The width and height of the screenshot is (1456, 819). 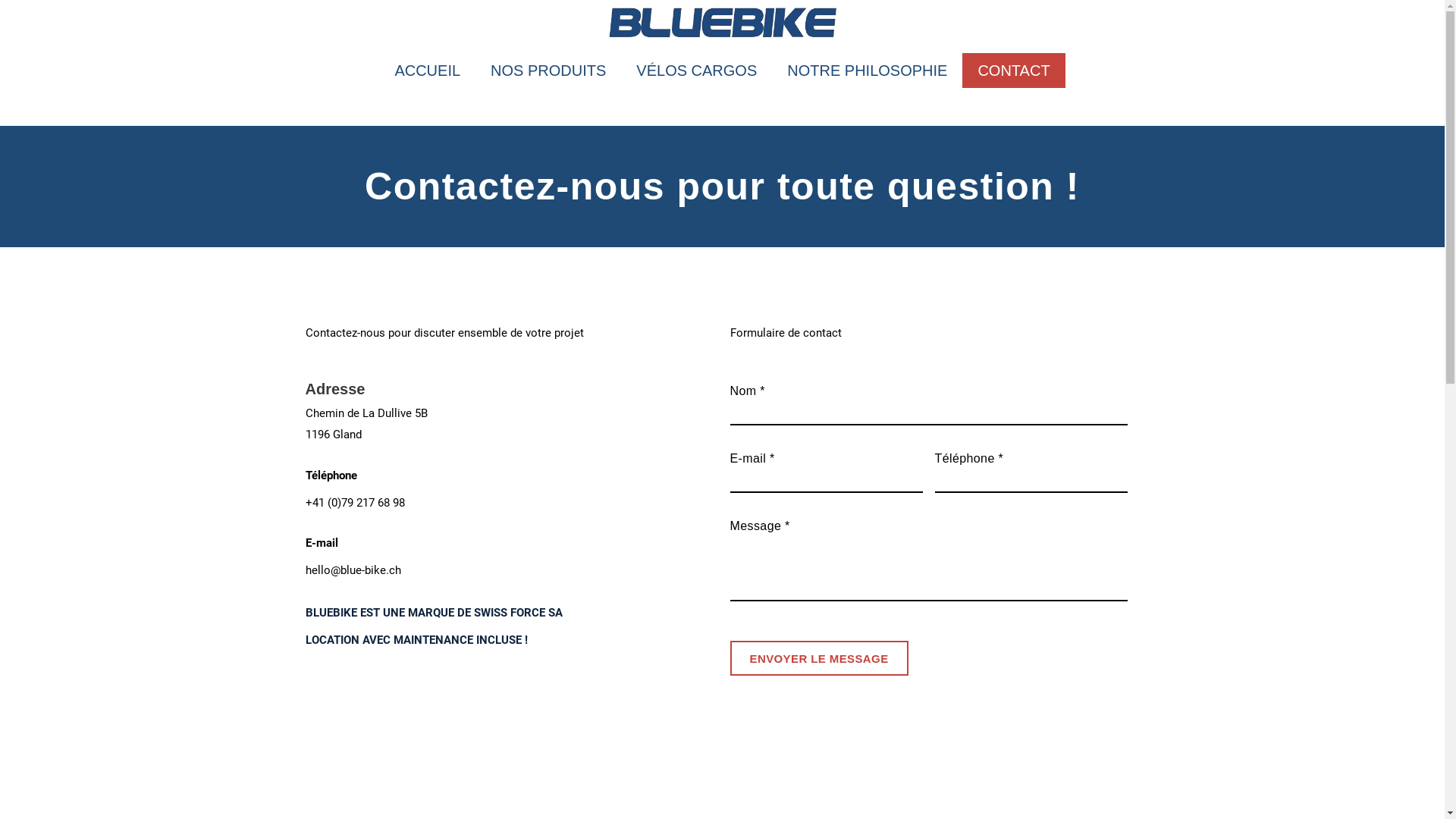 What do you see at coordinates (1013, 70) in the screenshot?
I see `'CONTACT'` at bounding box center [1013, 70].